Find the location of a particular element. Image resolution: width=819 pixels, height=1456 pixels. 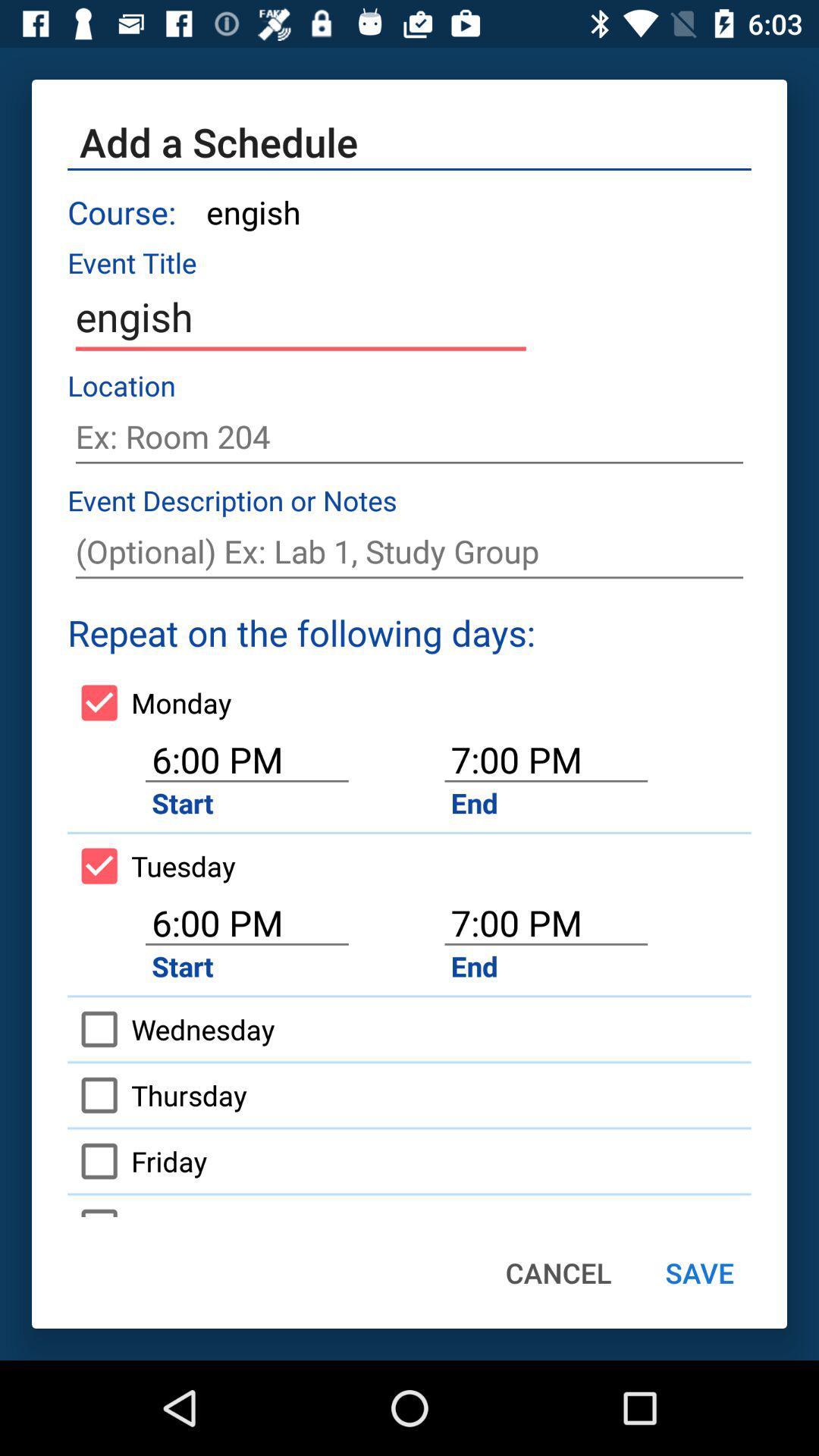

the icon to the left of 7:00 pm item is located at coordinates (149, 701).